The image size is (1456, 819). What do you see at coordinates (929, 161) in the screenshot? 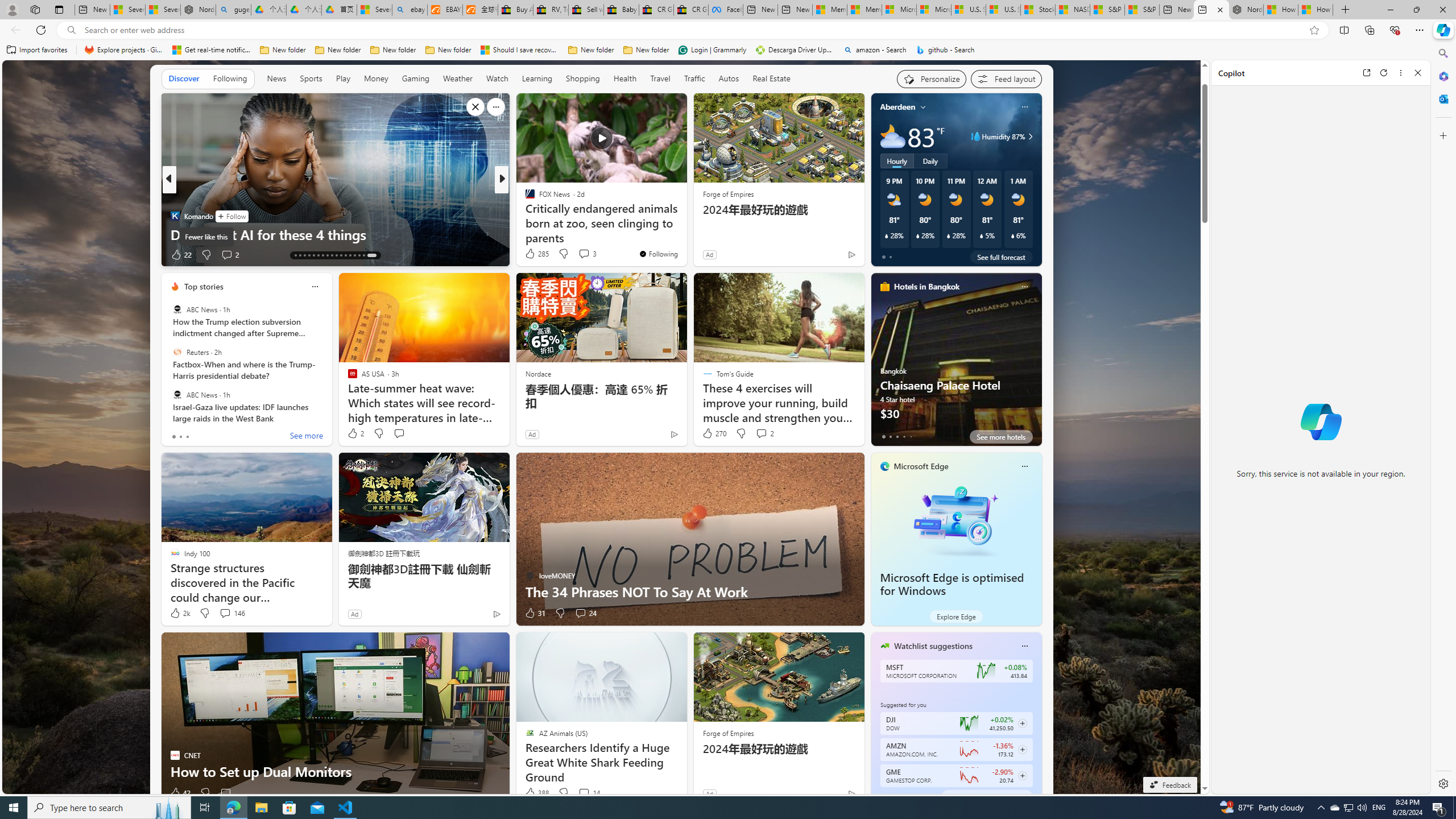
I see `'Daily'` at bounding box center [929, 161].